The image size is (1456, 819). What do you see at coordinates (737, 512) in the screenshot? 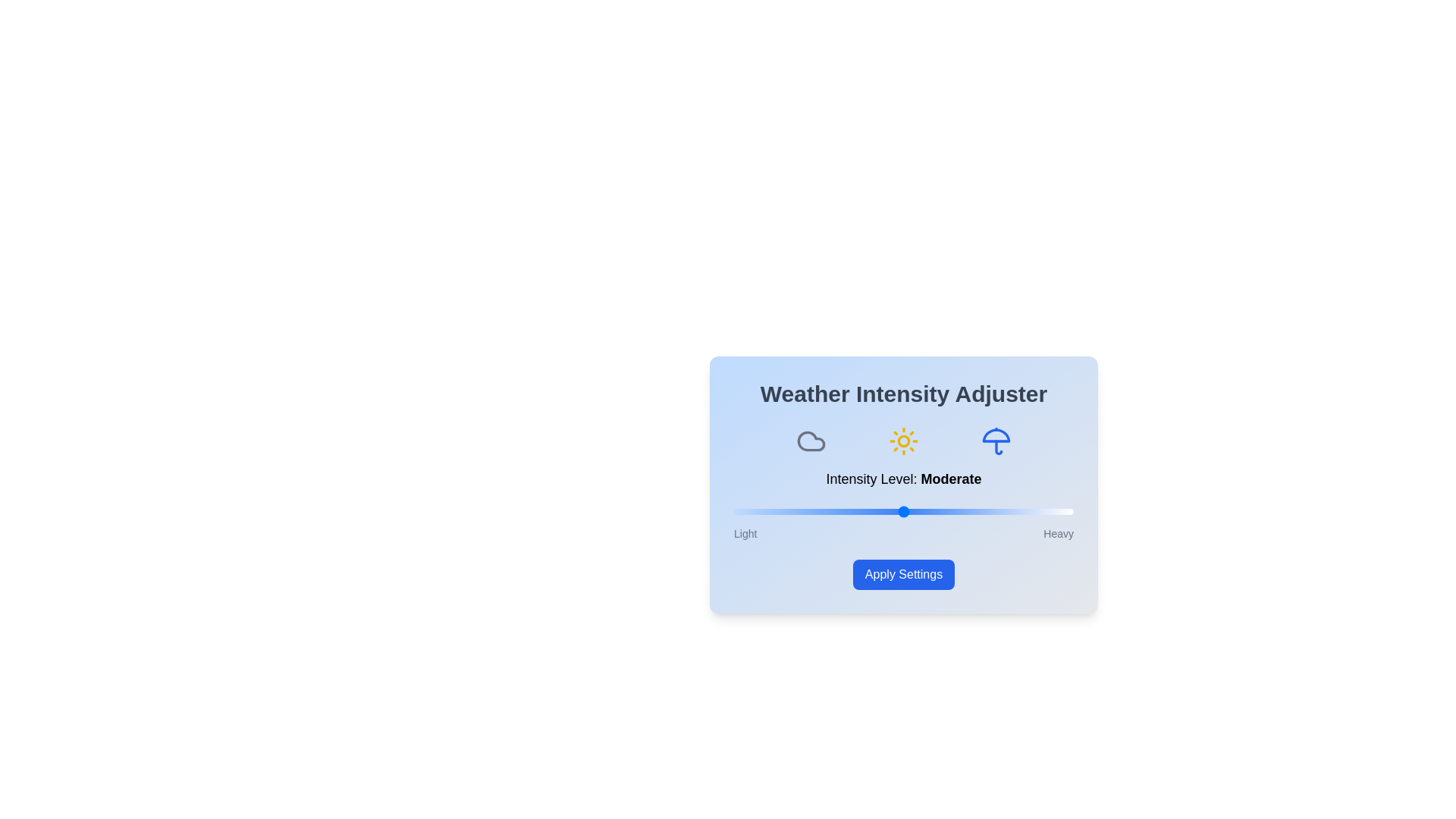
I see `the weather intensity slider to 1%` at bounding box center [737, 512].